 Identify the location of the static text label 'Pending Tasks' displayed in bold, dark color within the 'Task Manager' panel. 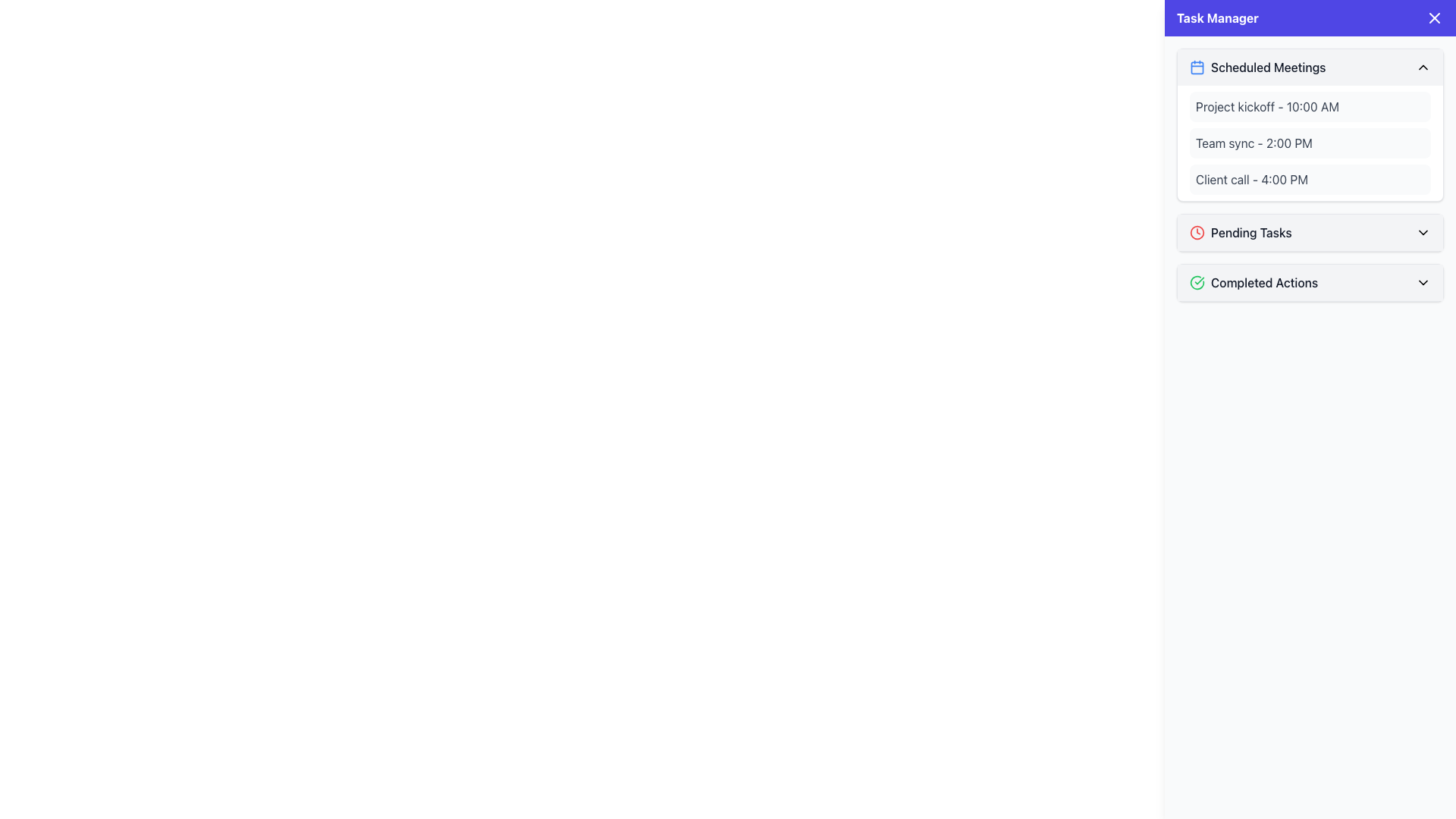
(1251, 233).